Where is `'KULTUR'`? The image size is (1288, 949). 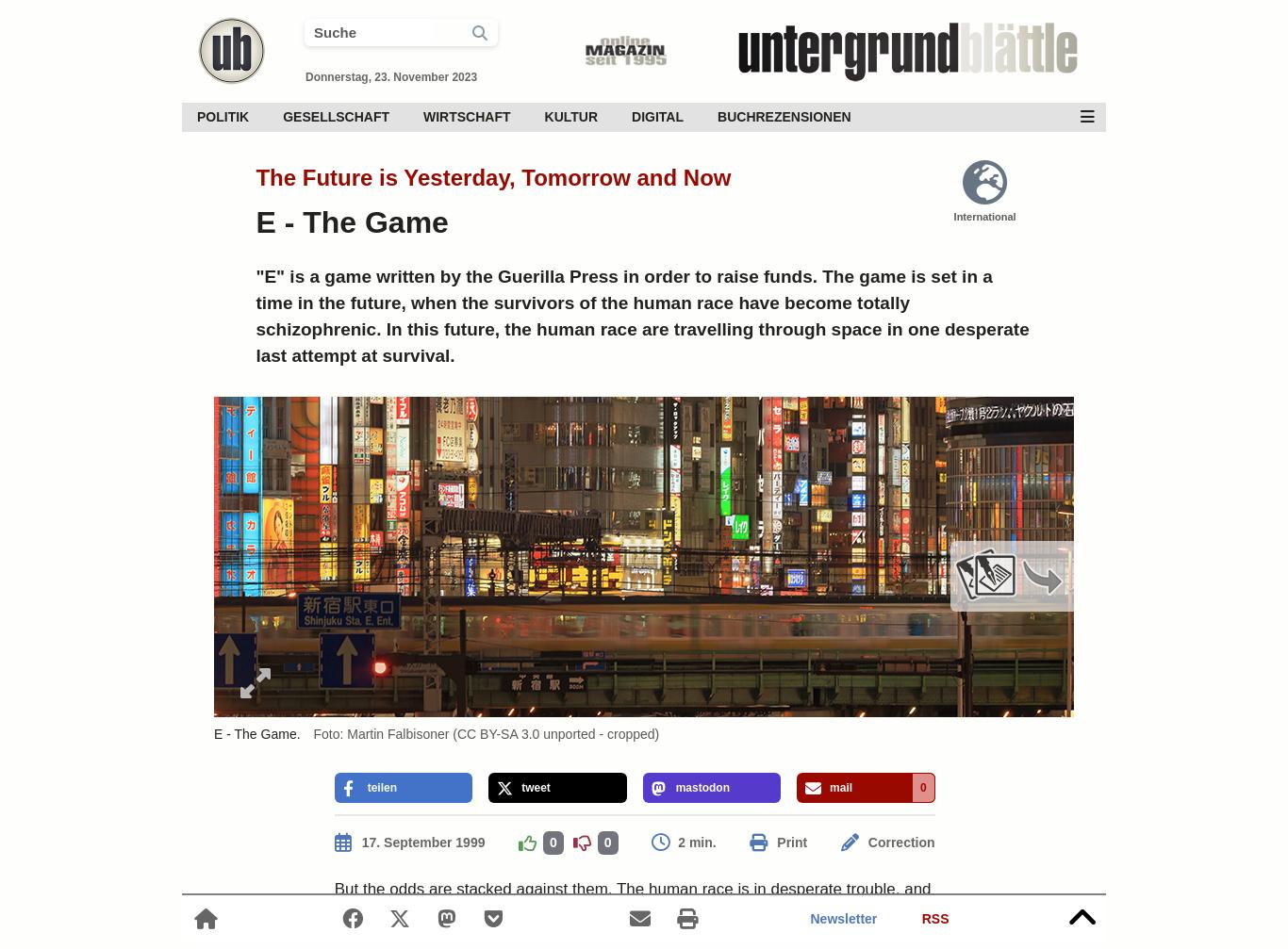 'KULTUR' is located at coordinates (570, 116).